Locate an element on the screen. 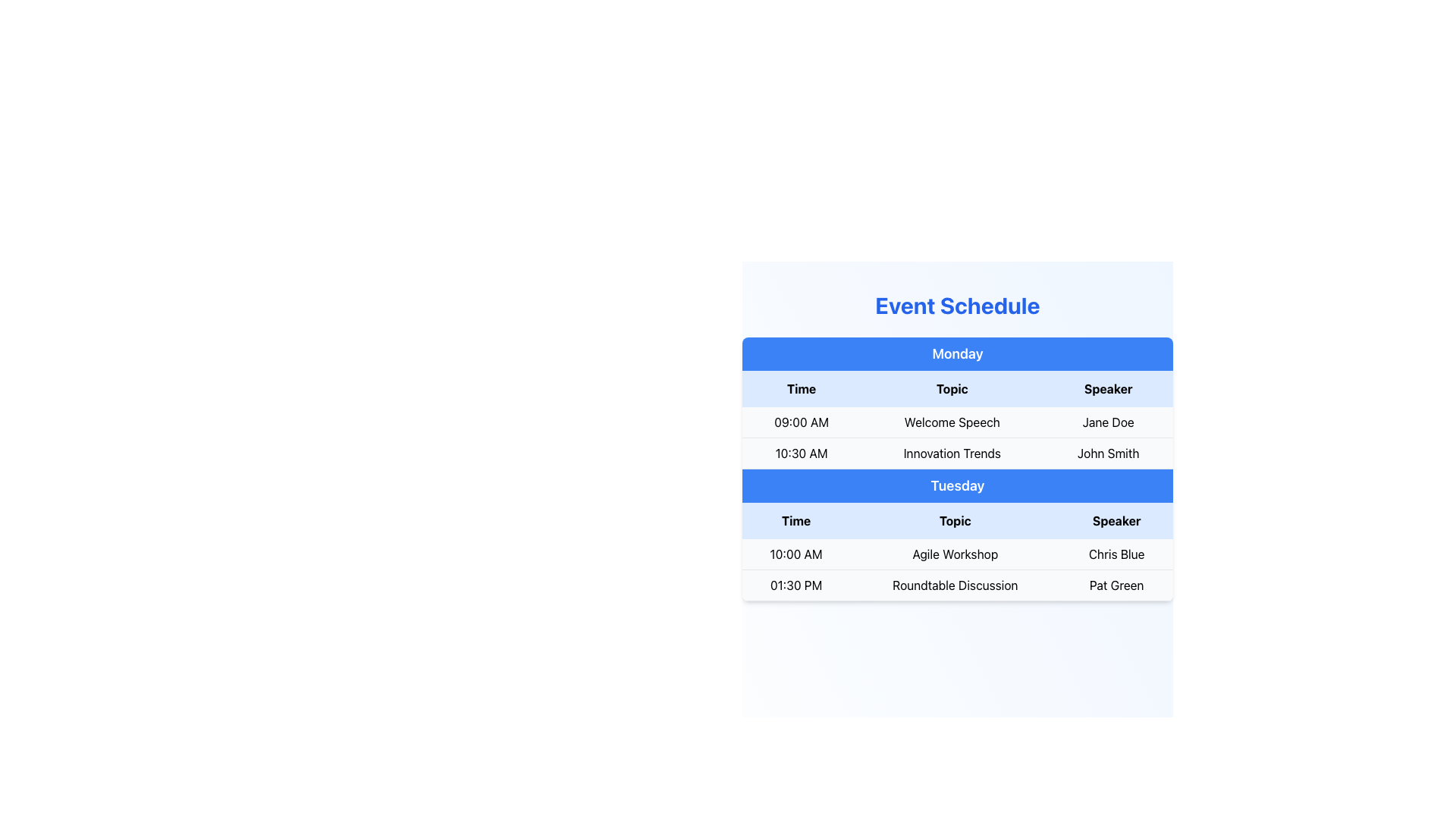 The image size is (1456, 819). the static text label displaying 'Innovation Trends', which is centrally aligned in the 'Topic' column of the Monday schedule row, positioned between '10:30 AM' and 'John Smith' is located at coordinates (951, 452).